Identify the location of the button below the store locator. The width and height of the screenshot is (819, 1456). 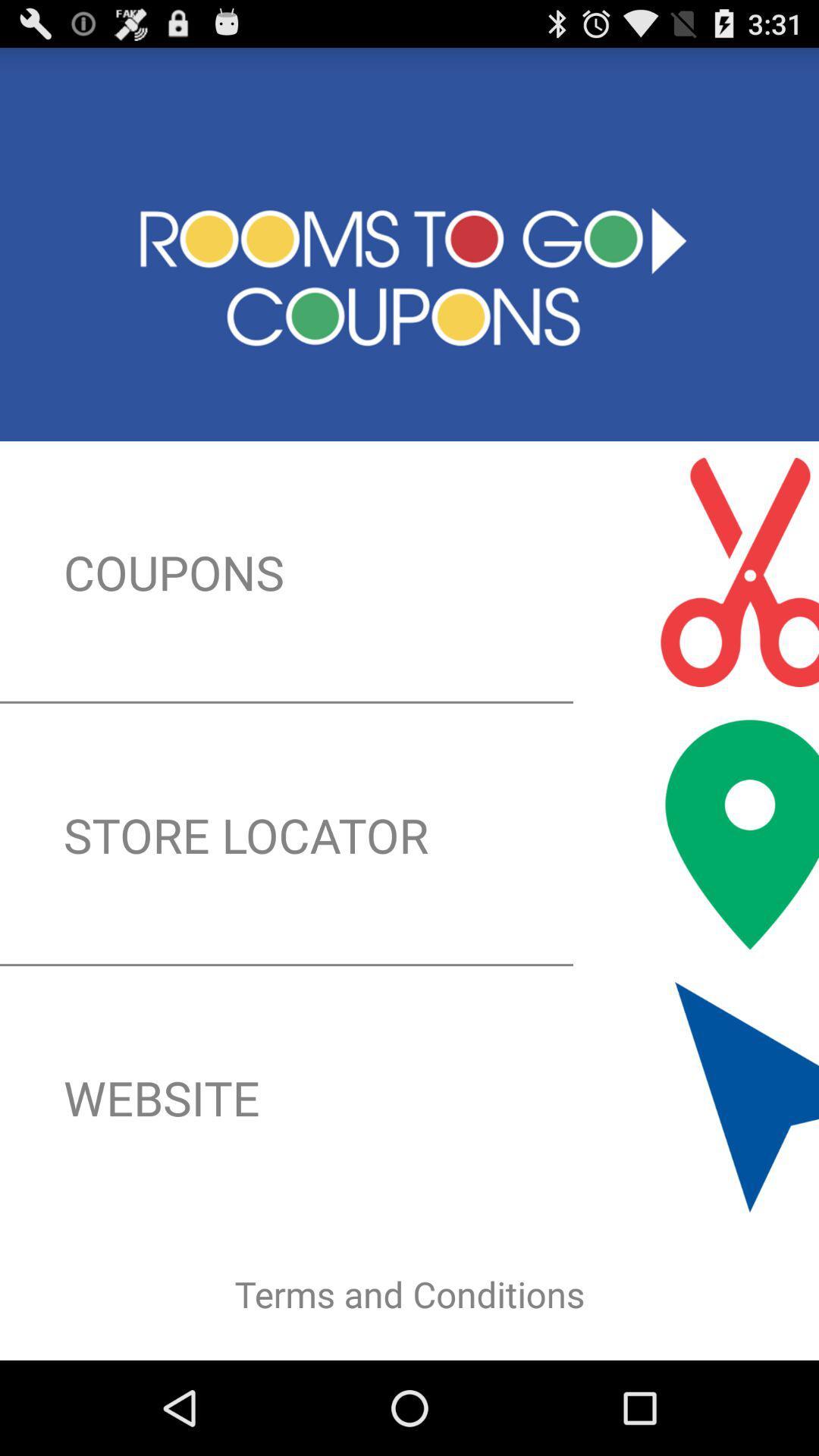
(409, 1097).